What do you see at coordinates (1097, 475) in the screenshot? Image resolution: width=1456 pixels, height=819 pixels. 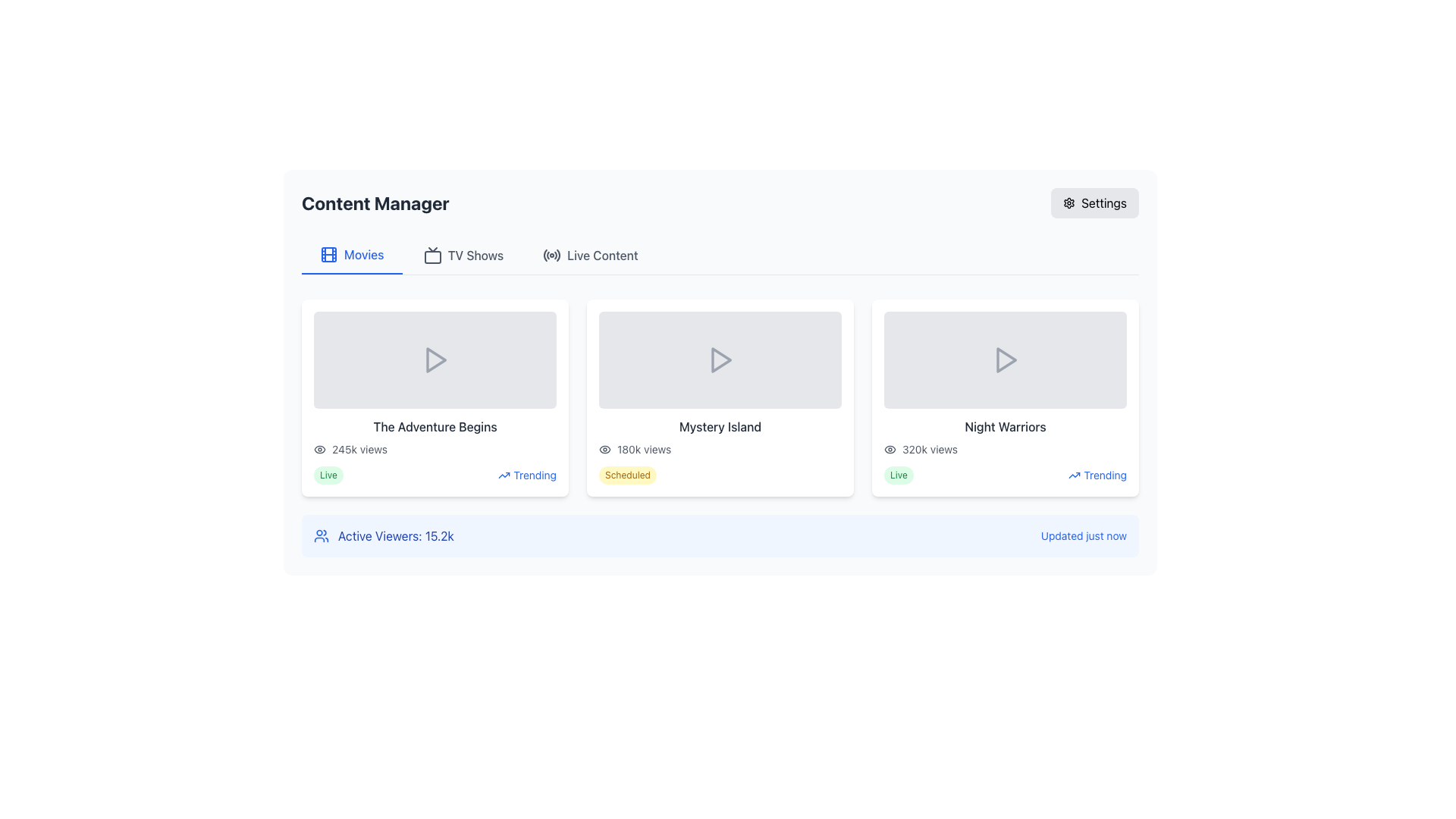 I see `the 'Trending' label styled in blue text with a small upward arrow icon located in the bottom-right corner of the 'Night Warriors' content card in the 'Content Manager' dashboard` at bounding box center [1097, 475].